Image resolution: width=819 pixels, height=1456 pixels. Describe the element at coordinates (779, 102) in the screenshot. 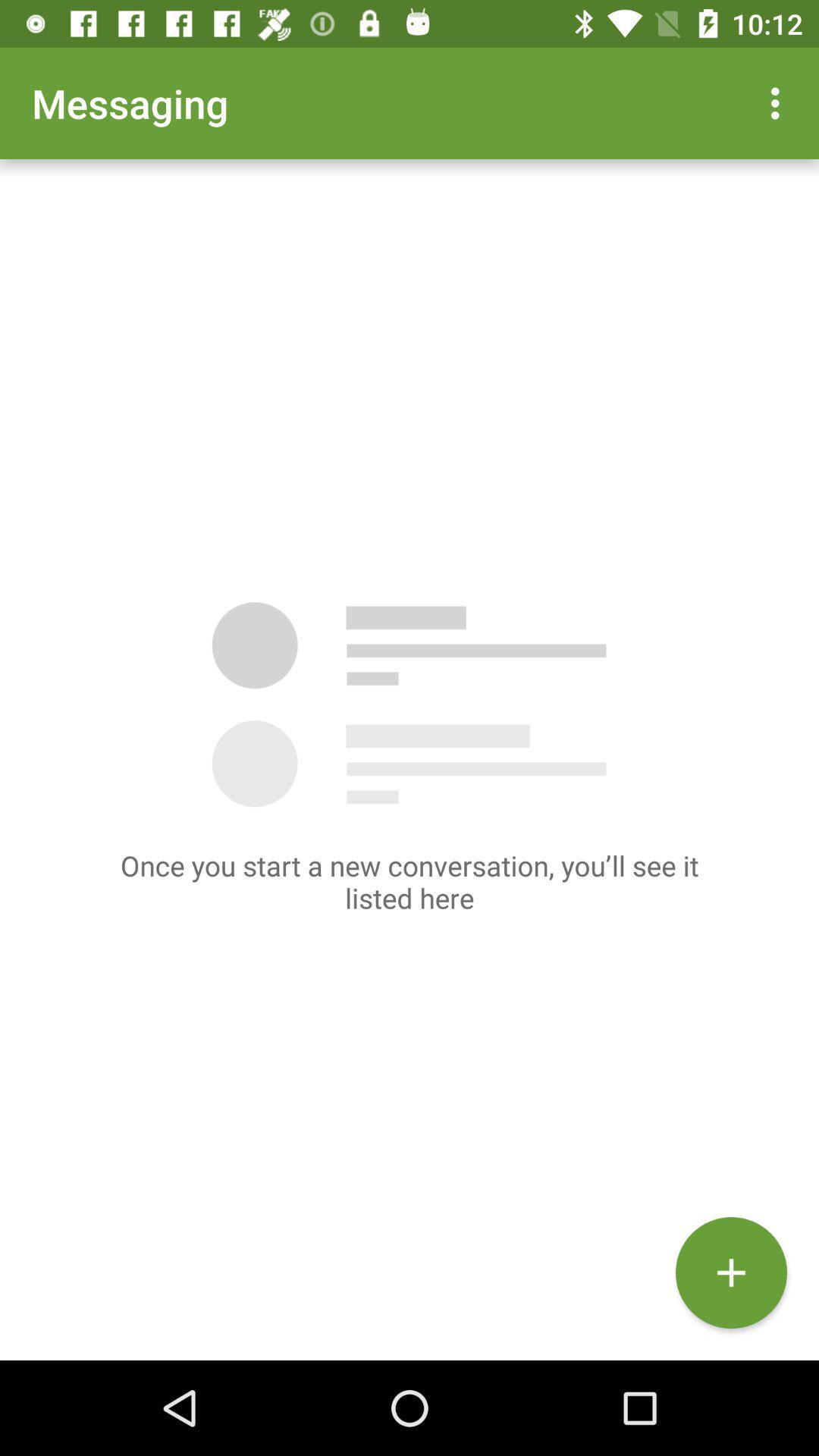

I see `the app to the right of messaging app` at that location.